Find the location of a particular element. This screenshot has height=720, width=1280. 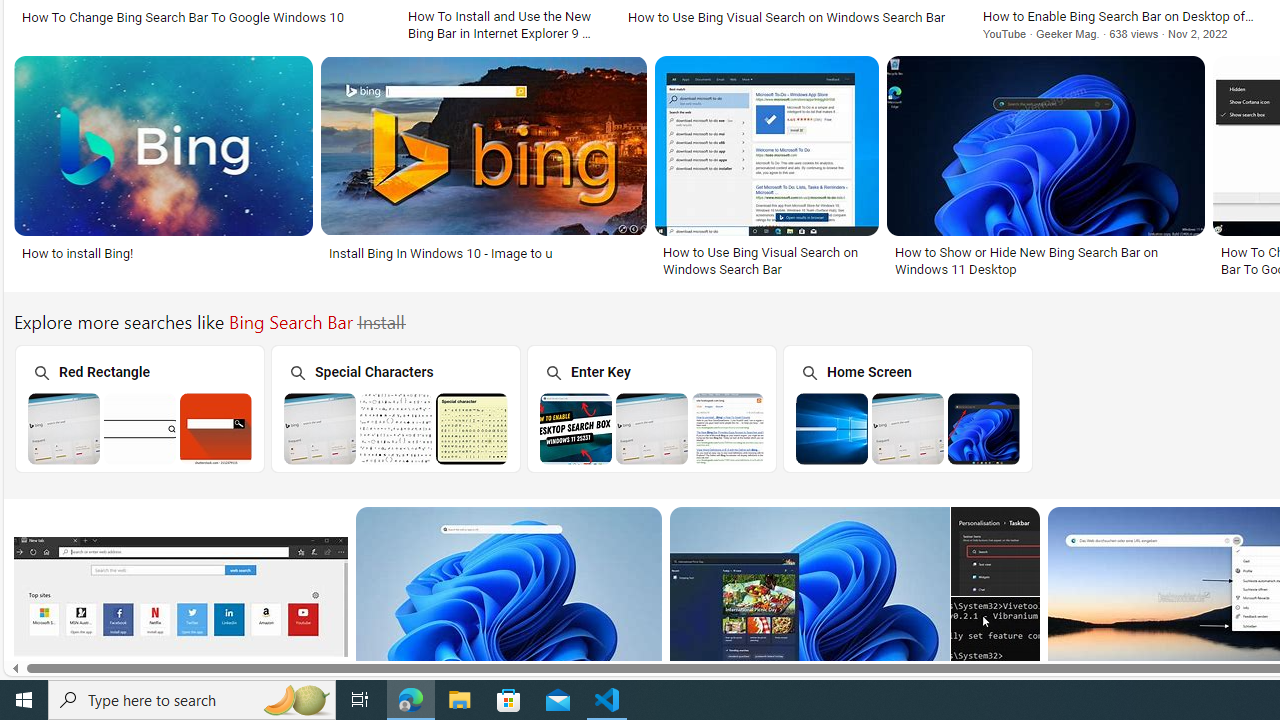

'Install Bing In Windows 10 - Image to uSave' is located at coordinates (488, 168).